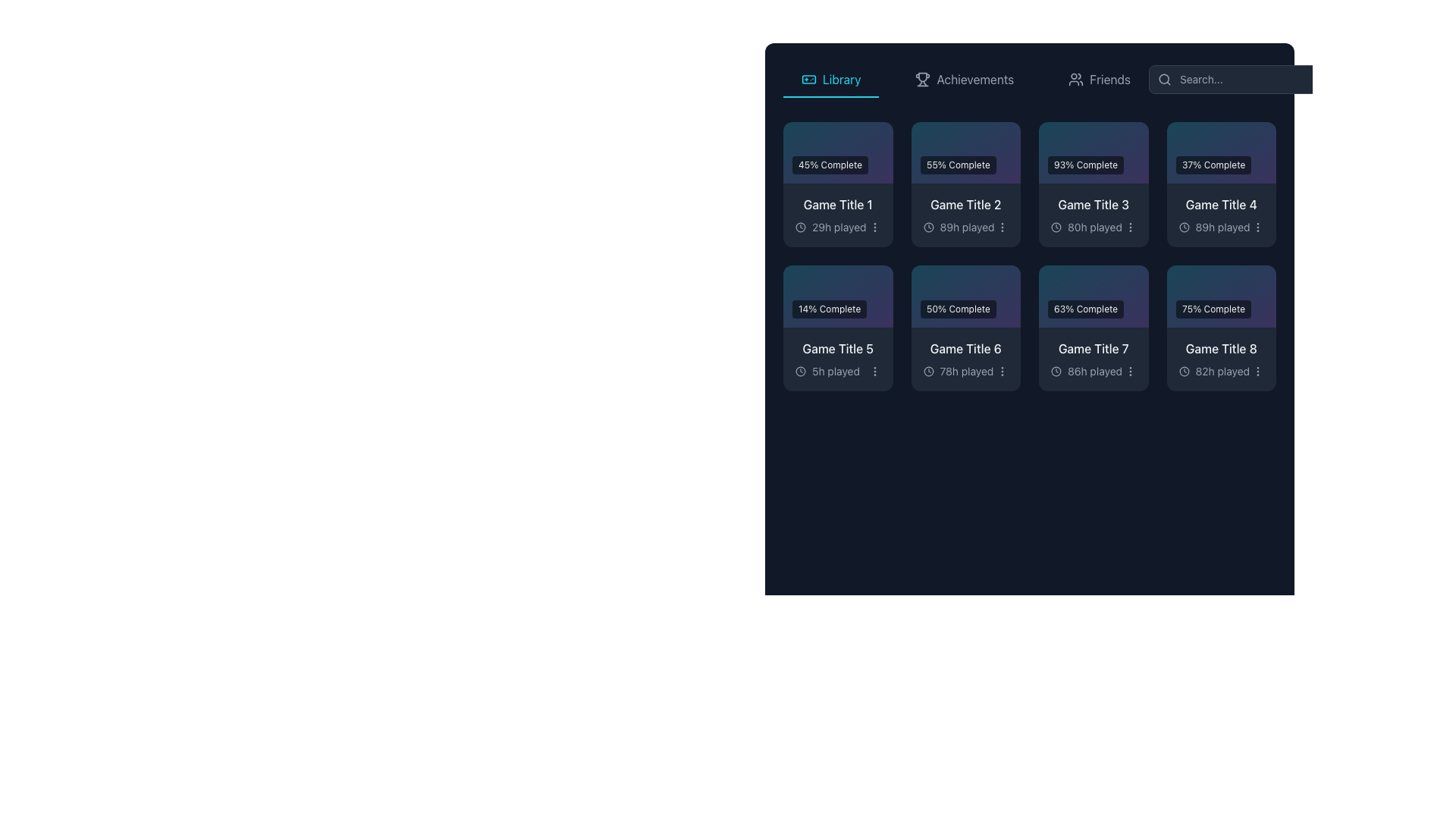 The height and width of the screenshot is (819, 1456). Describe the element at coordinates (964, 79) in the screenshot. I see `the 'Achievements' navigation button in the header section` at that location.